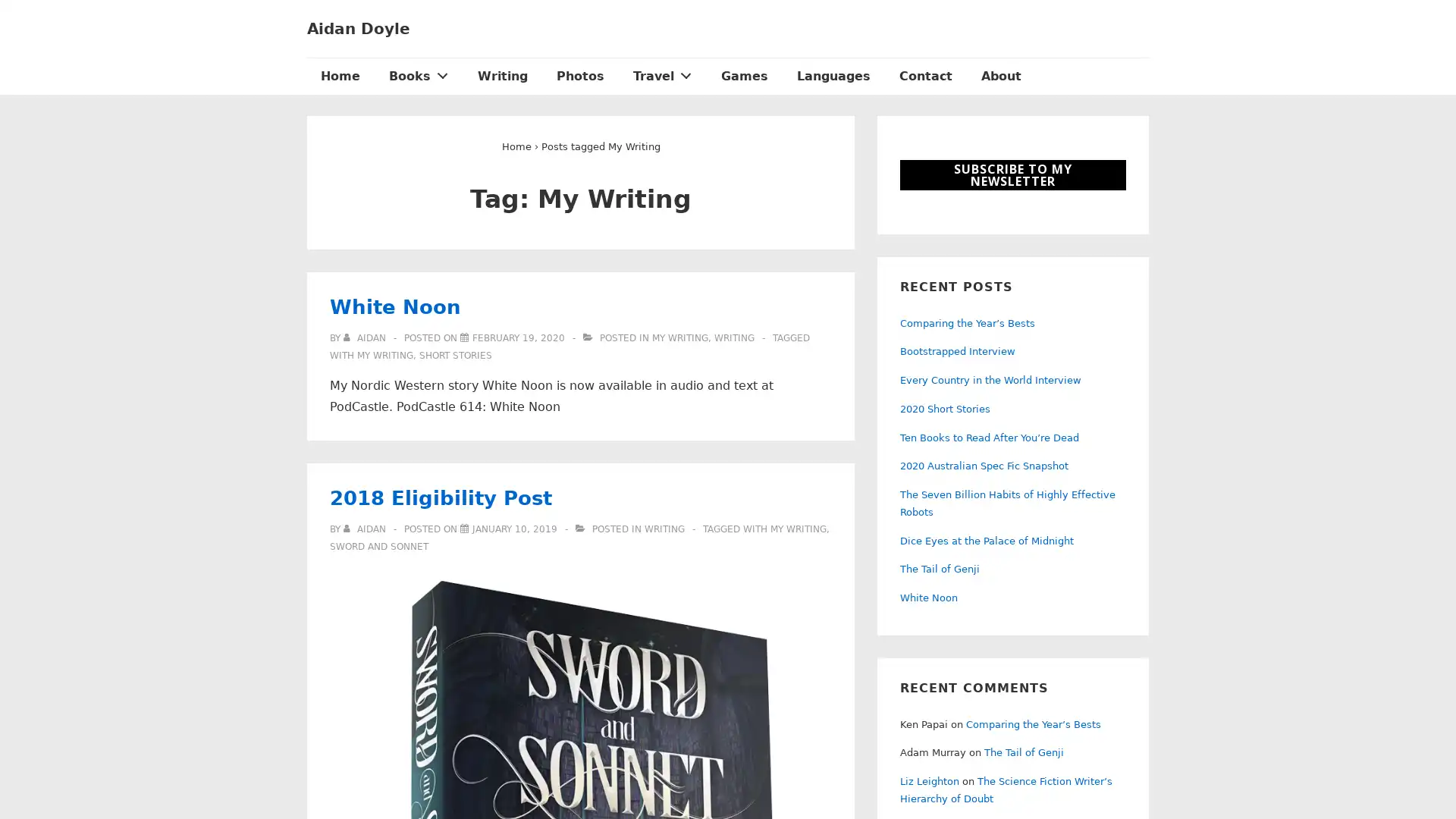  Describe the element at coordinates (1012, 174) in the screenshot. I see `SUBSCRIBE TO MY NEWSLETTER` at that location.